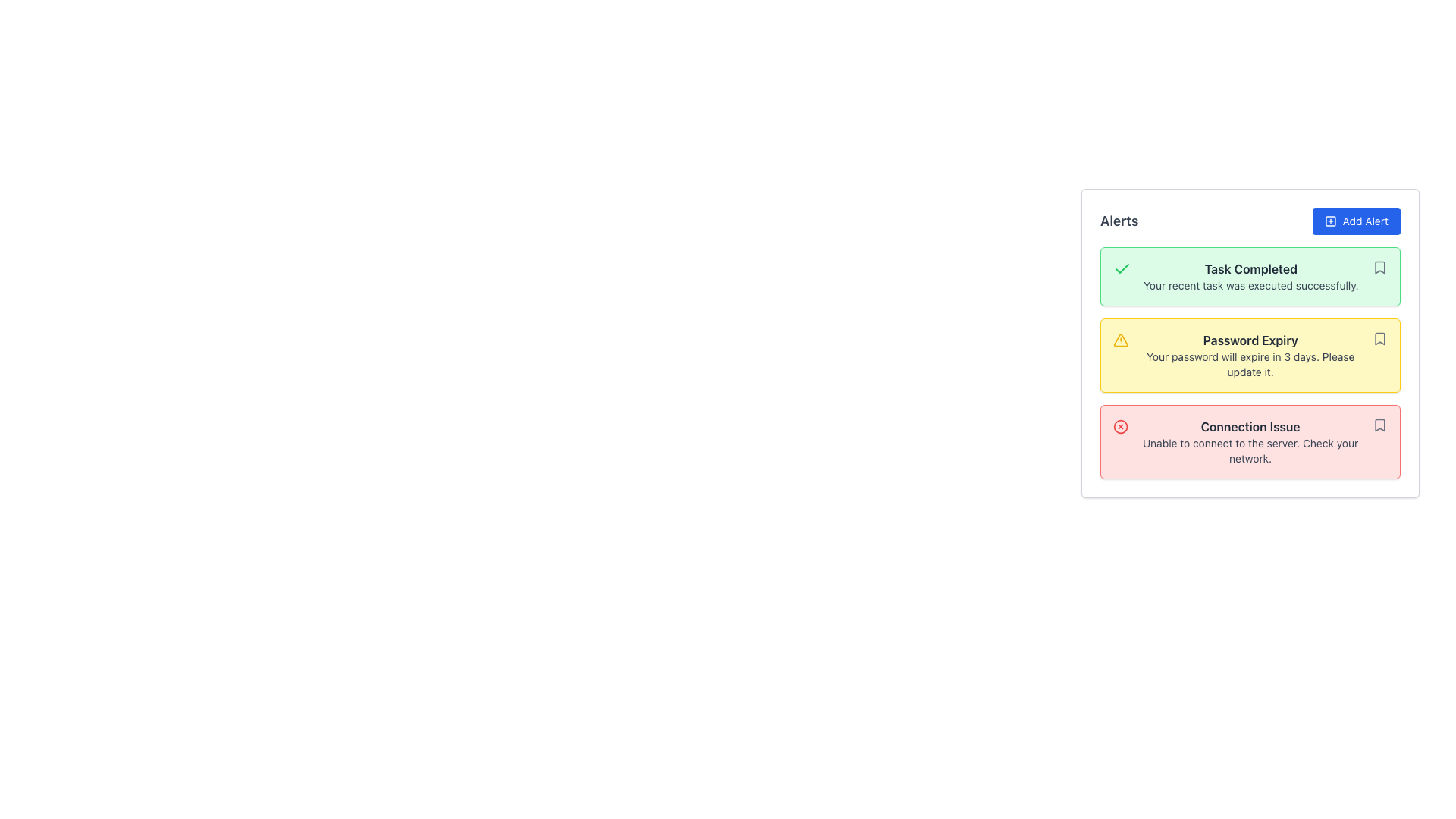 The image size is (1456, 819). What do you see at coordinates (1329, 221) in the screenshot?
I see `the small blue square icon with a white border containing a plus symbol, located within the 'Add Alert' button in the top-right corner of the 'Alerts' section` at bounding box center [1329, 221].